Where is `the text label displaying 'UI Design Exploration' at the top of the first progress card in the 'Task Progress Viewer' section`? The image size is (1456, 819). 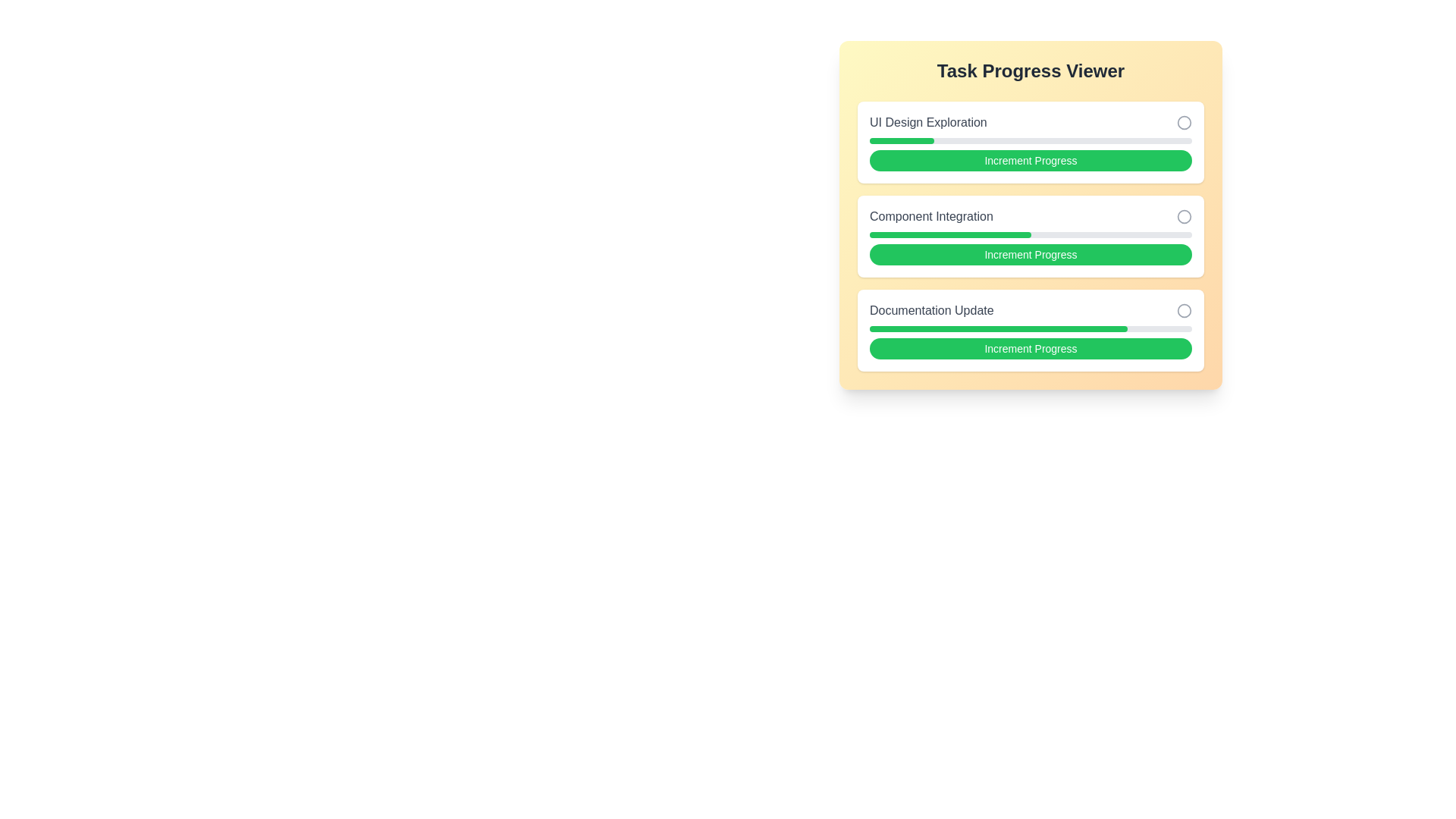 the text label displaying 'UI Design Exploration' at the top of the first progress card in the 'Task Progress Viewer' section is located at coordinates (927, 122).